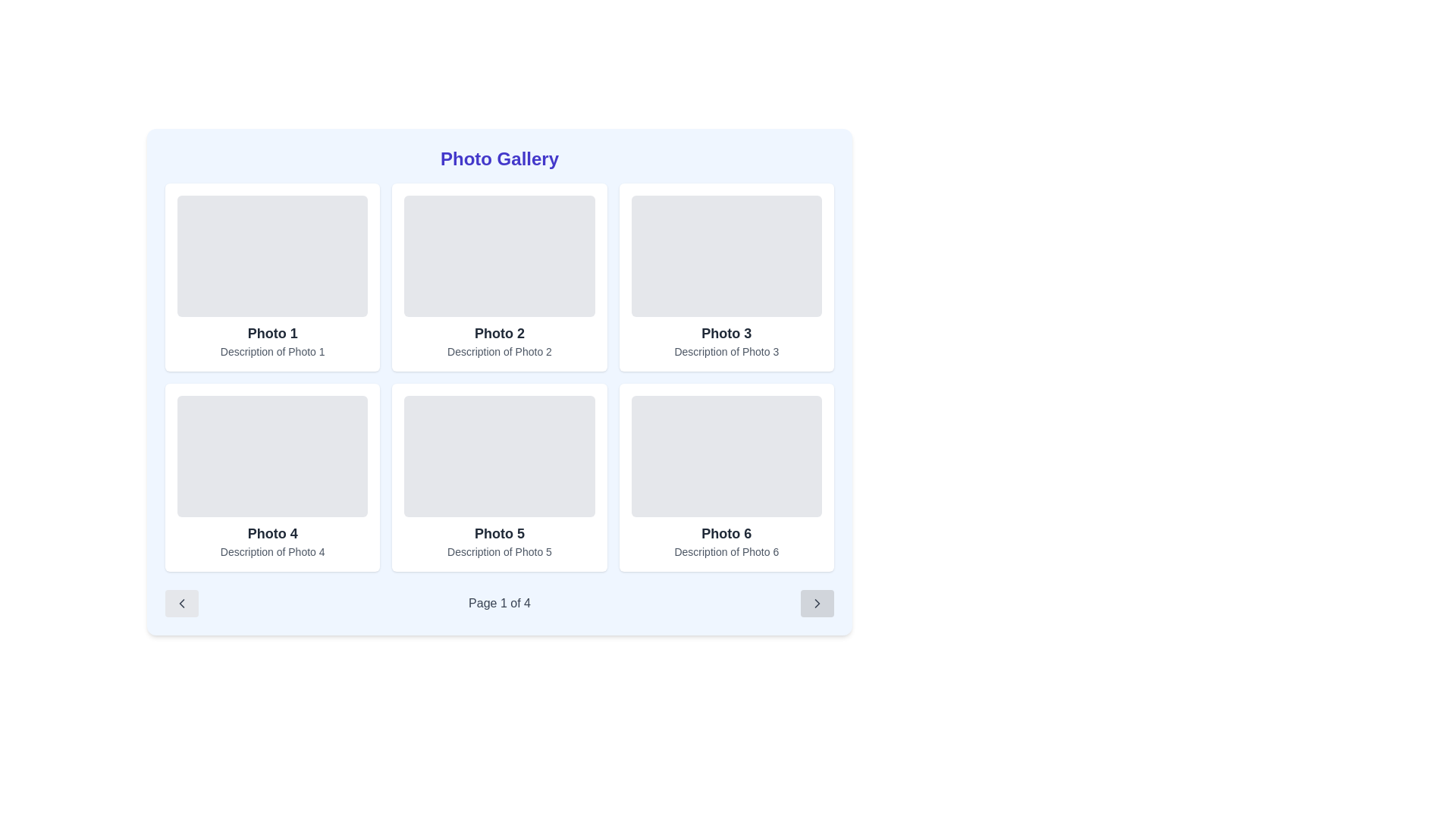  Describe the element at coordinates (499, 476) in the screenshot. I see `the photo gallery card located in the second row, middle column, which displays an image along with its title and description` at that location.